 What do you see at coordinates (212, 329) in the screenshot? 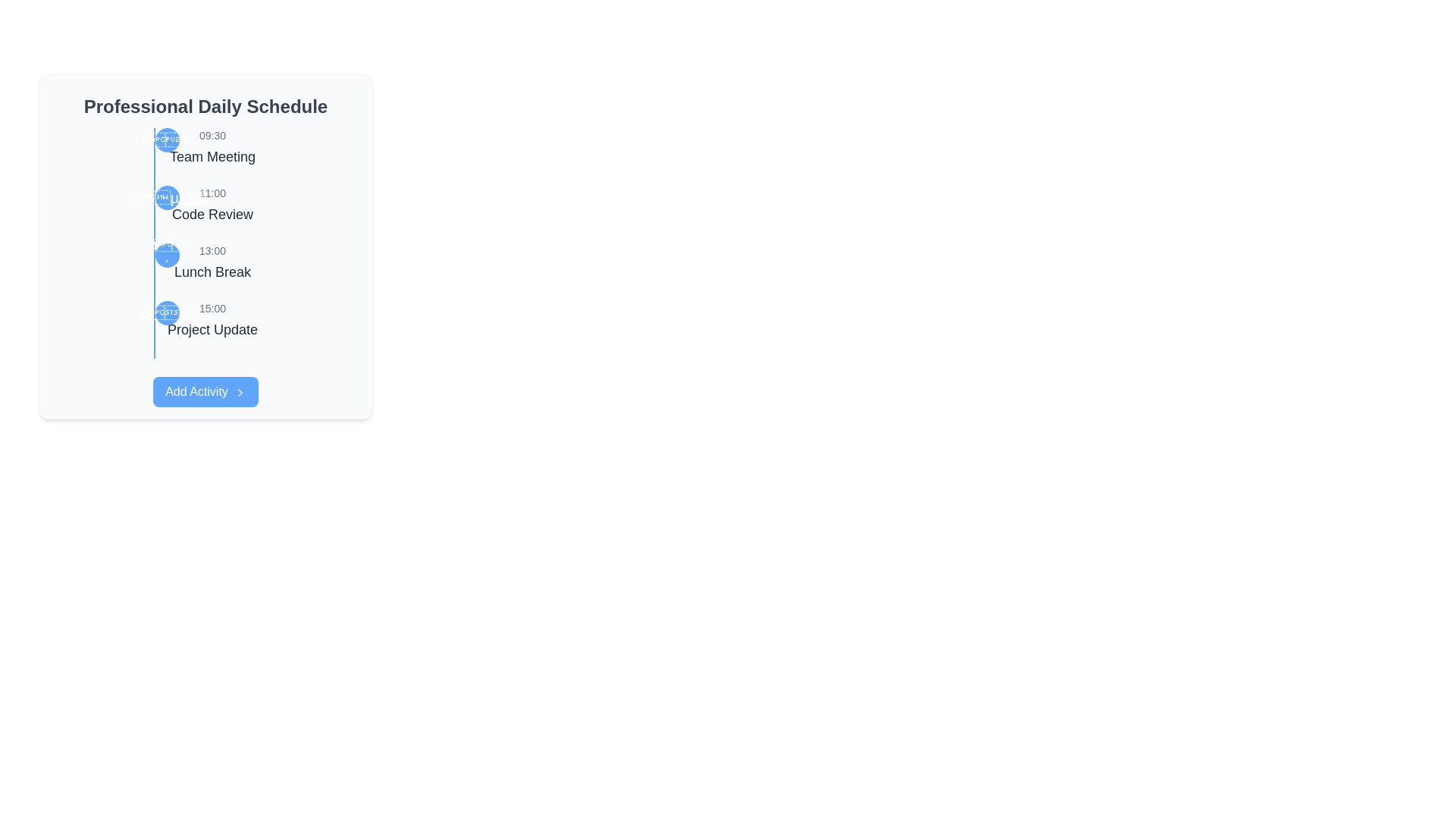
I see `the 'Project Update' text label, which displays in bold and dark gray, located below the time marker '15:00' in the 'Professional Daily Schedule' card` at bounding box center [212, 329].